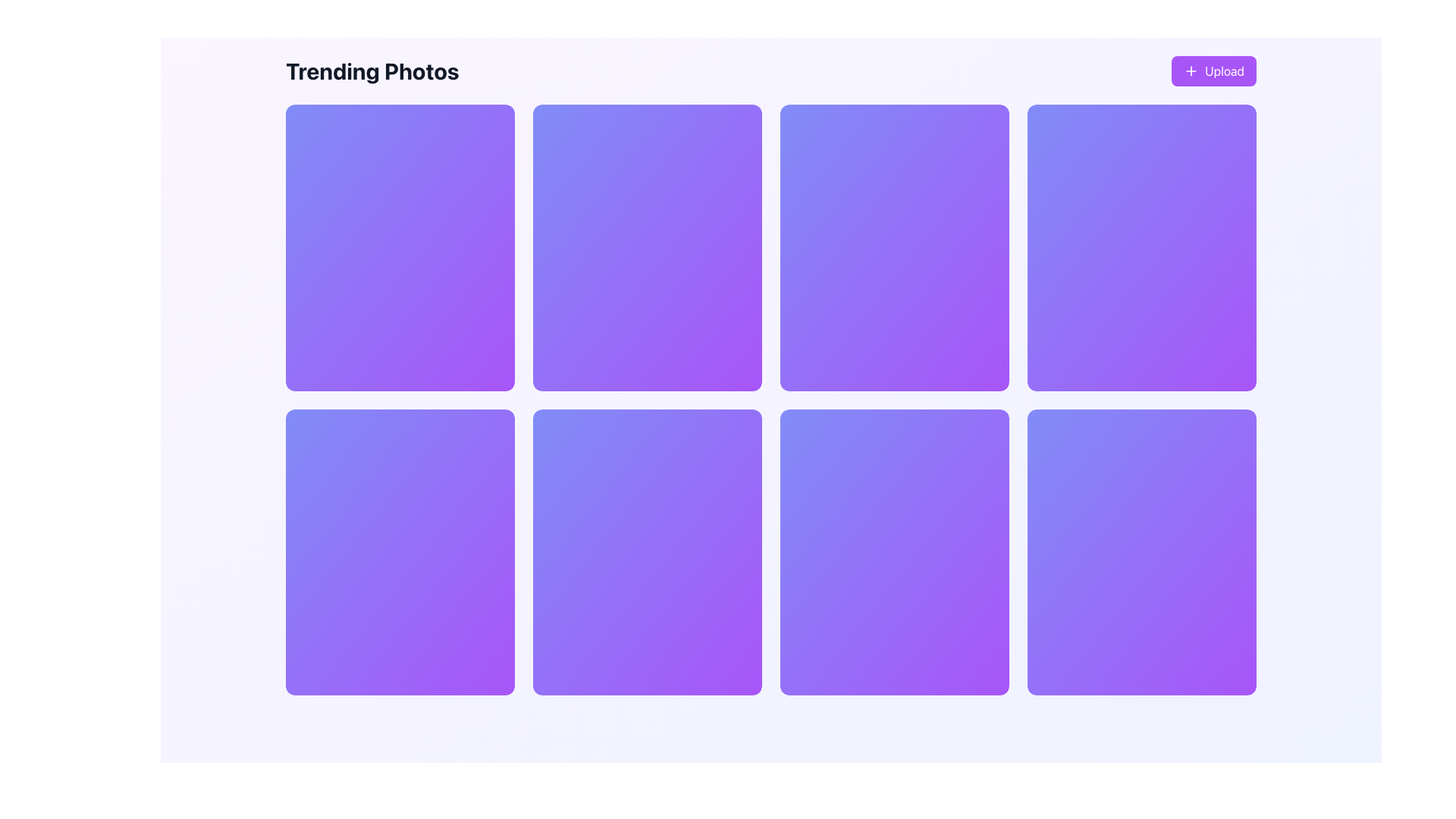 Image resolution: width=1456 pixels, height=819 pixels. What do you see at coordinates (1214, 71) in the screenshot?
I see `the 'Upload' button with a purple background and a white '+' icon` at bounding box center [1214, 71].